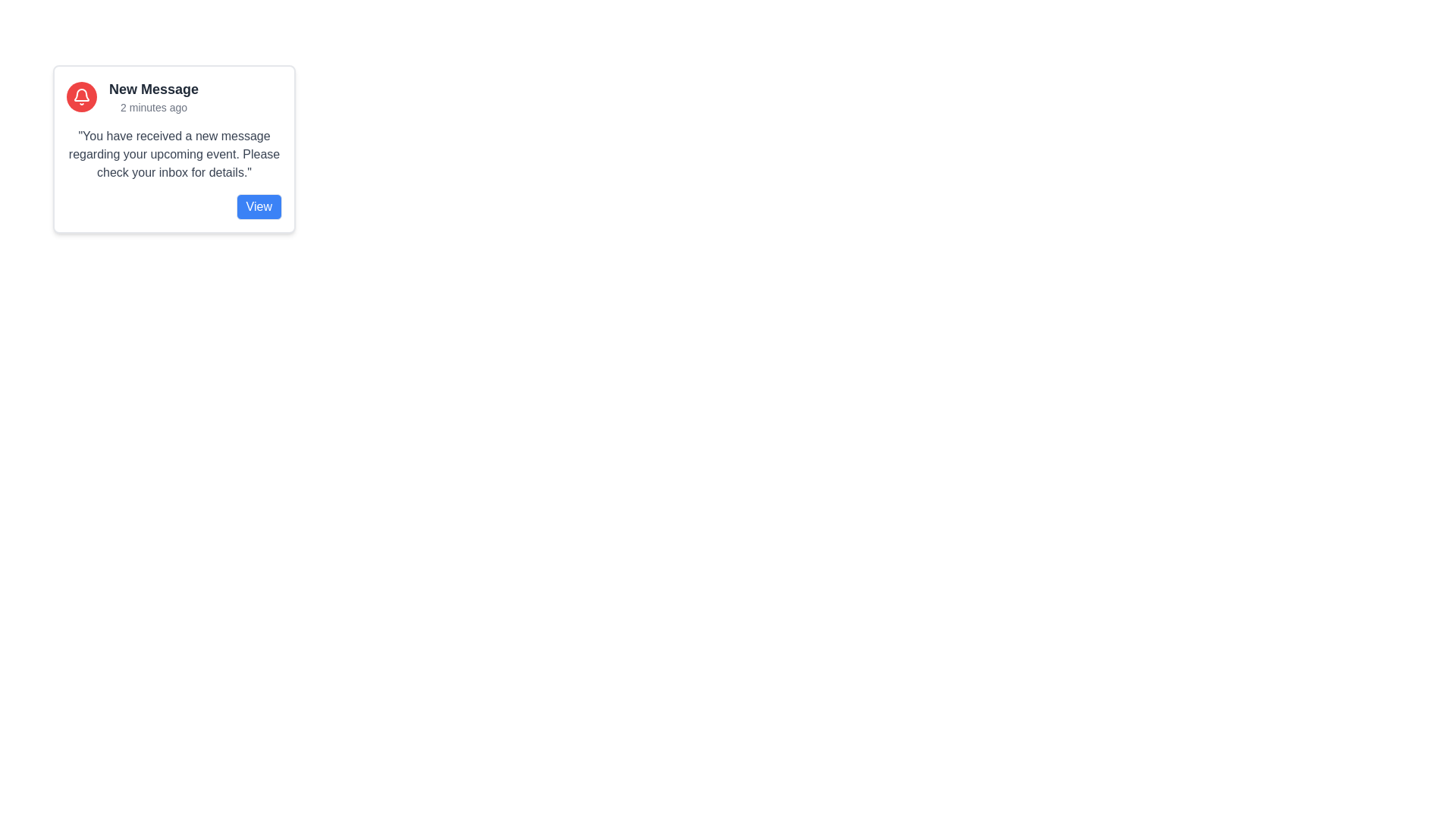 Image resolution: width=1456 pixels, height=819 pixels. I want to click on the notification title and time text that displays 'New Message' and '2 minutes ago', located immediately to the right of the red circular notification icon, so click(153, 96).